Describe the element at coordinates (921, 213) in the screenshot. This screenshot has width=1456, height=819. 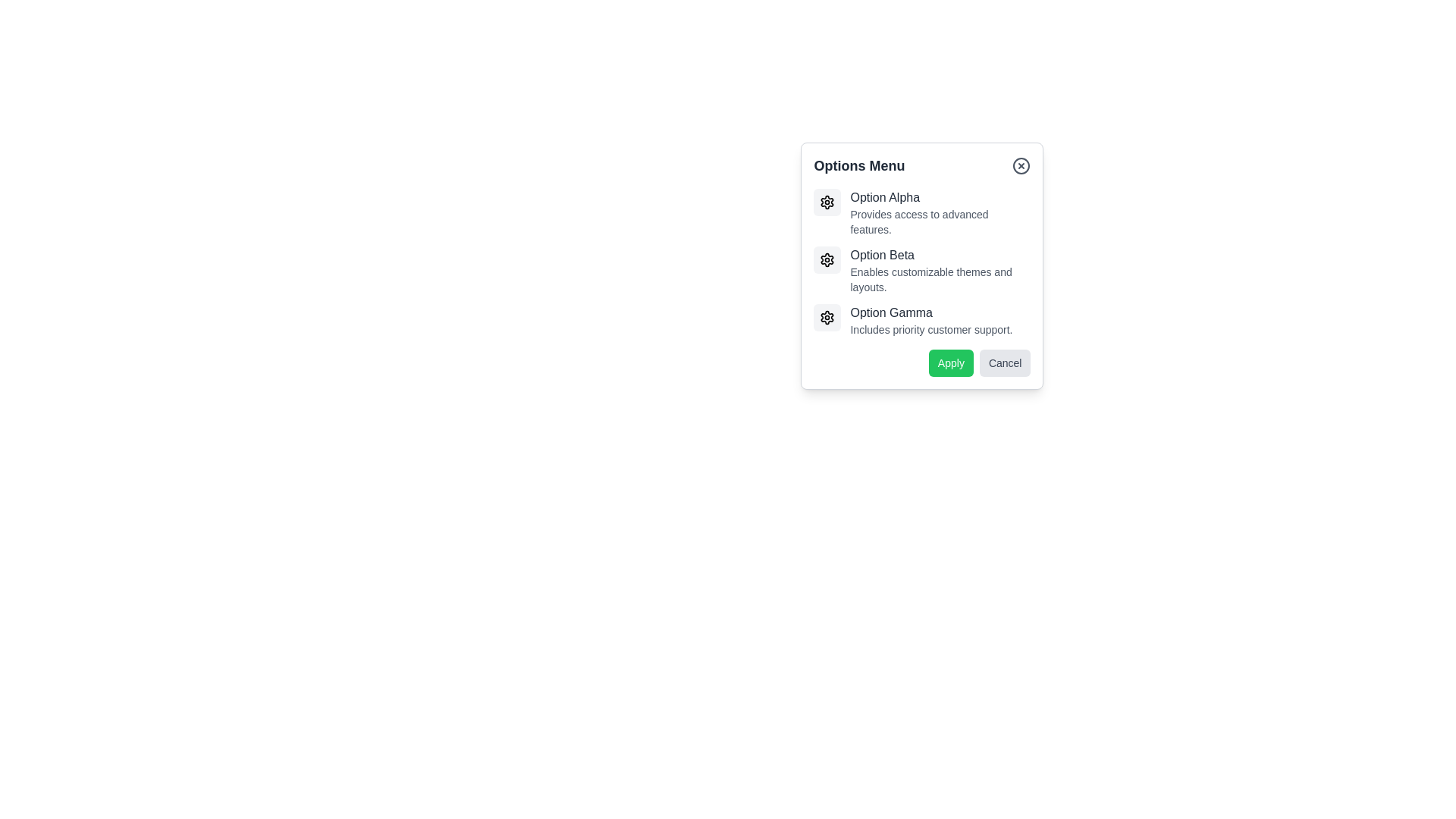
I see `the informational list item titled 'Option Alpha' that provides access to advanced features, located within the 'Options Menu' modal dialog` at that location.